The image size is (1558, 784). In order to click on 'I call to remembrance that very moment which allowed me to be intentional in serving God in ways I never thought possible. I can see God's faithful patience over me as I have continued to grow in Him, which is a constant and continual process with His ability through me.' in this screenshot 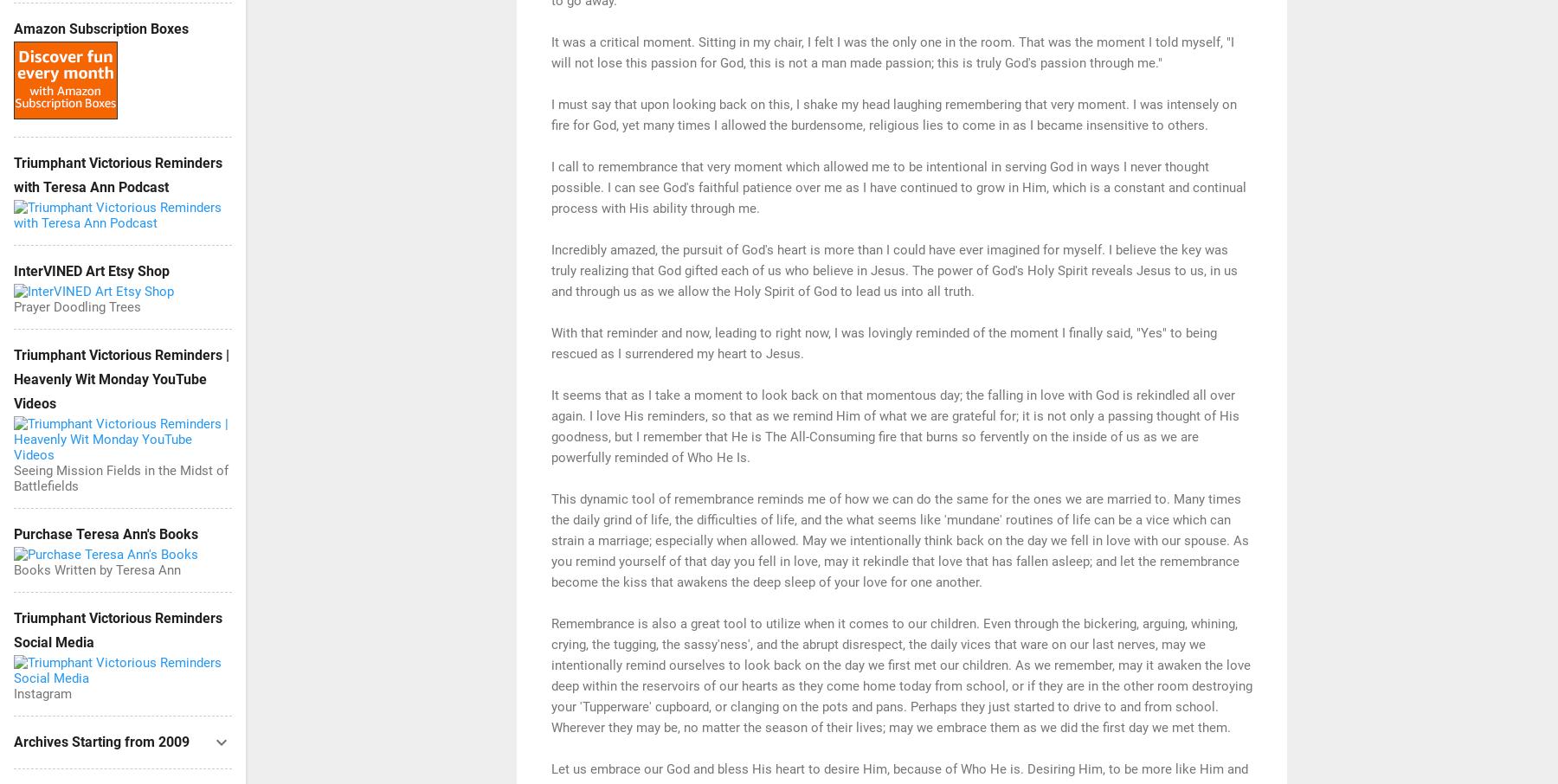, I will do `click(898, 185)`.